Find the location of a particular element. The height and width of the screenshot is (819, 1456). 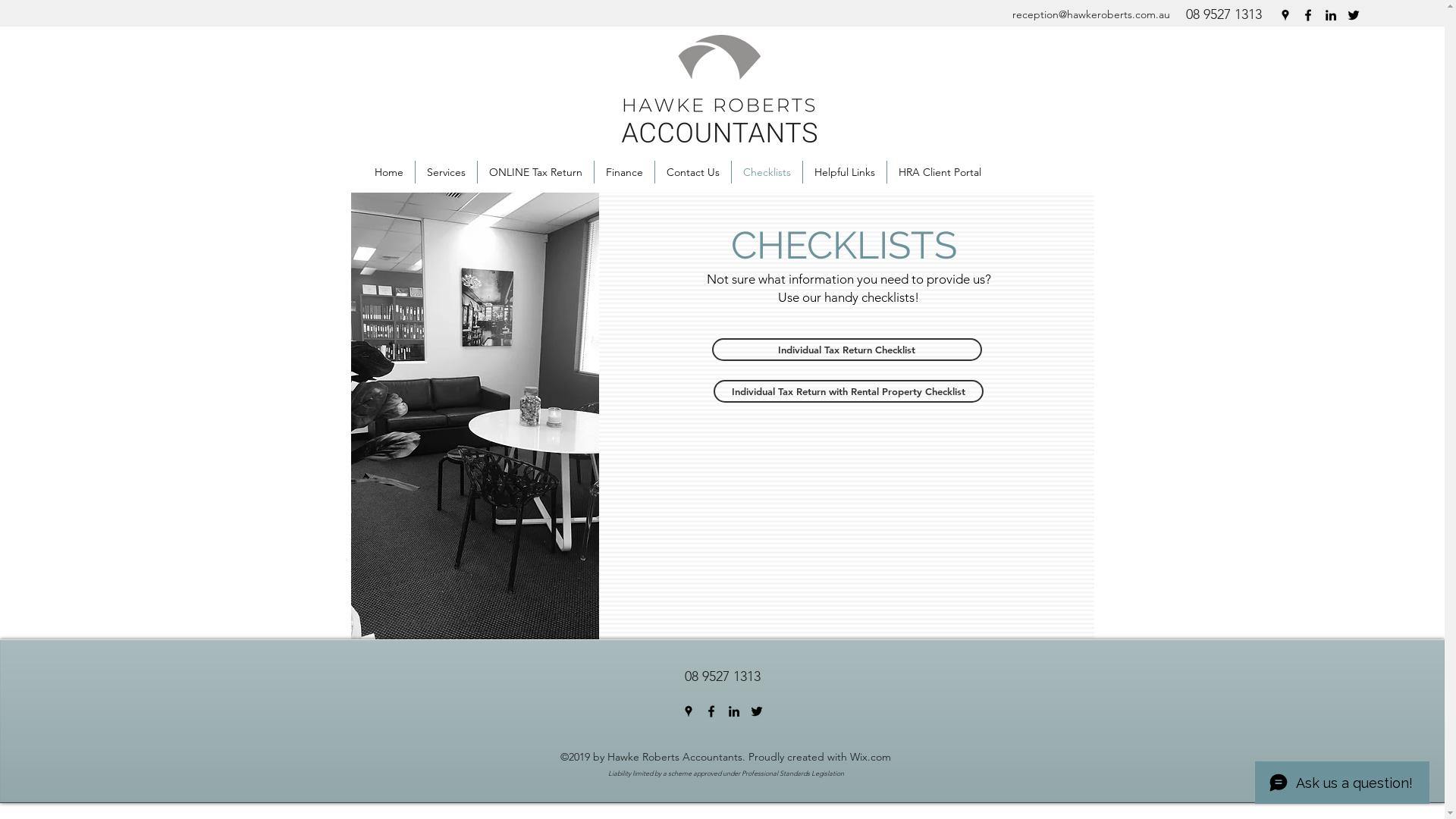

'reception@hawkeroberts.com.au' is located at coordinates (1090, 14).